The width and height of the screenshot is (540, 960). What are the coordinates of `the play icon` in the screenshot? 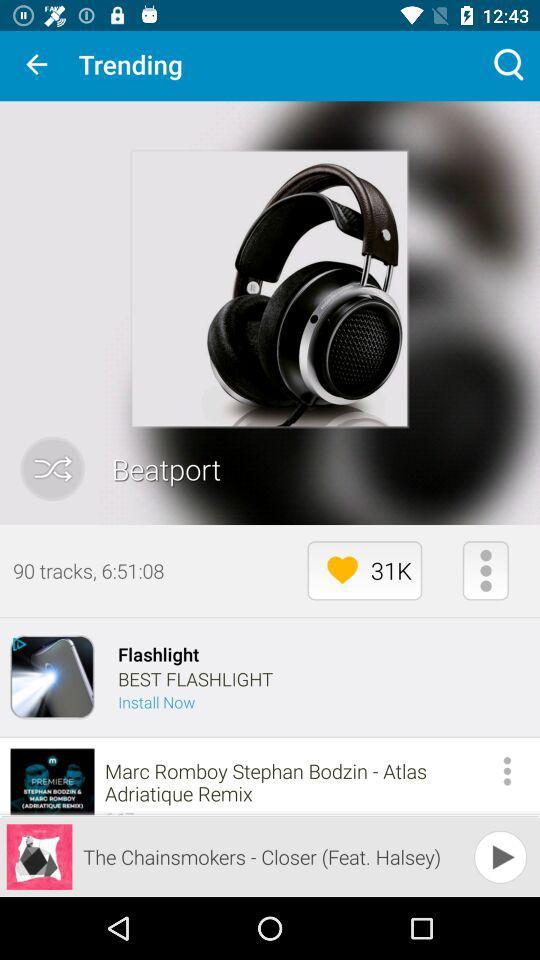 It's located at (499, 856).